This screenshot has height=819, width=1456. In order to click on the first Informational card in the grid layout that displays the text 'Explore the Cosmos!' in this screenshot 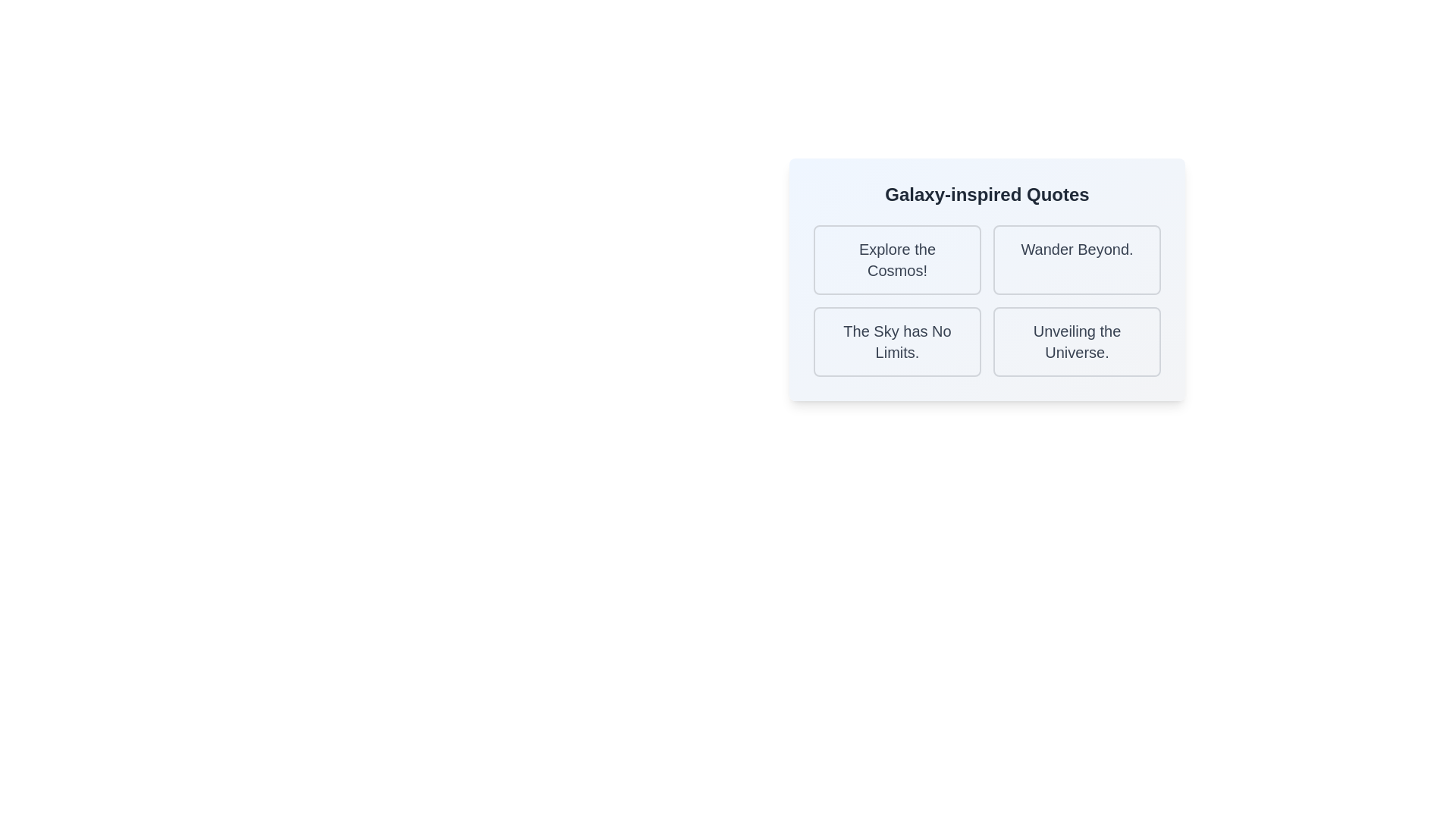, I will do `click(897, 259)`.